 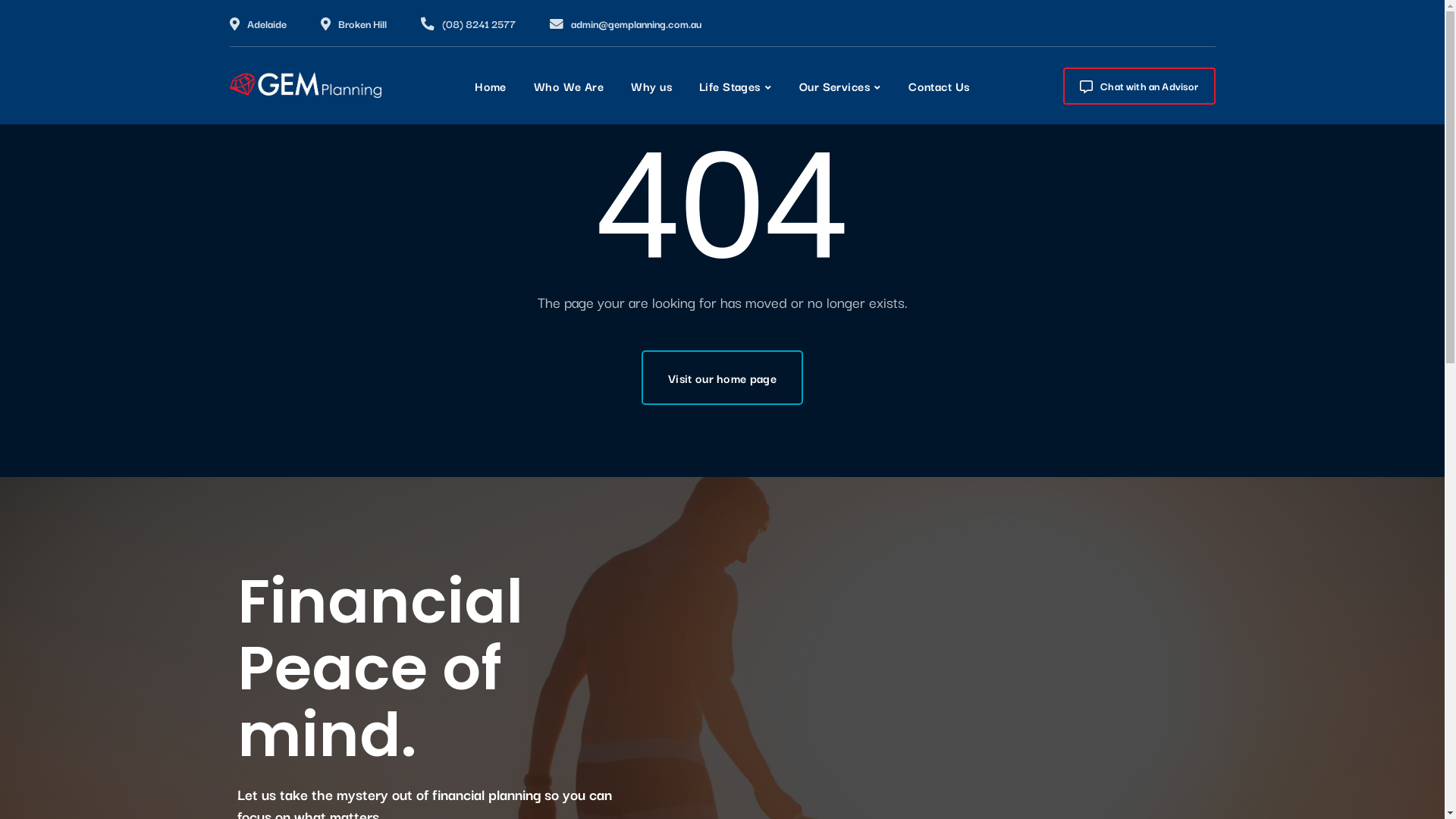 What do you see at coordinates (839, 85) in the screenshot?
I see `'Our Services'` at bounding box center [839, 85].